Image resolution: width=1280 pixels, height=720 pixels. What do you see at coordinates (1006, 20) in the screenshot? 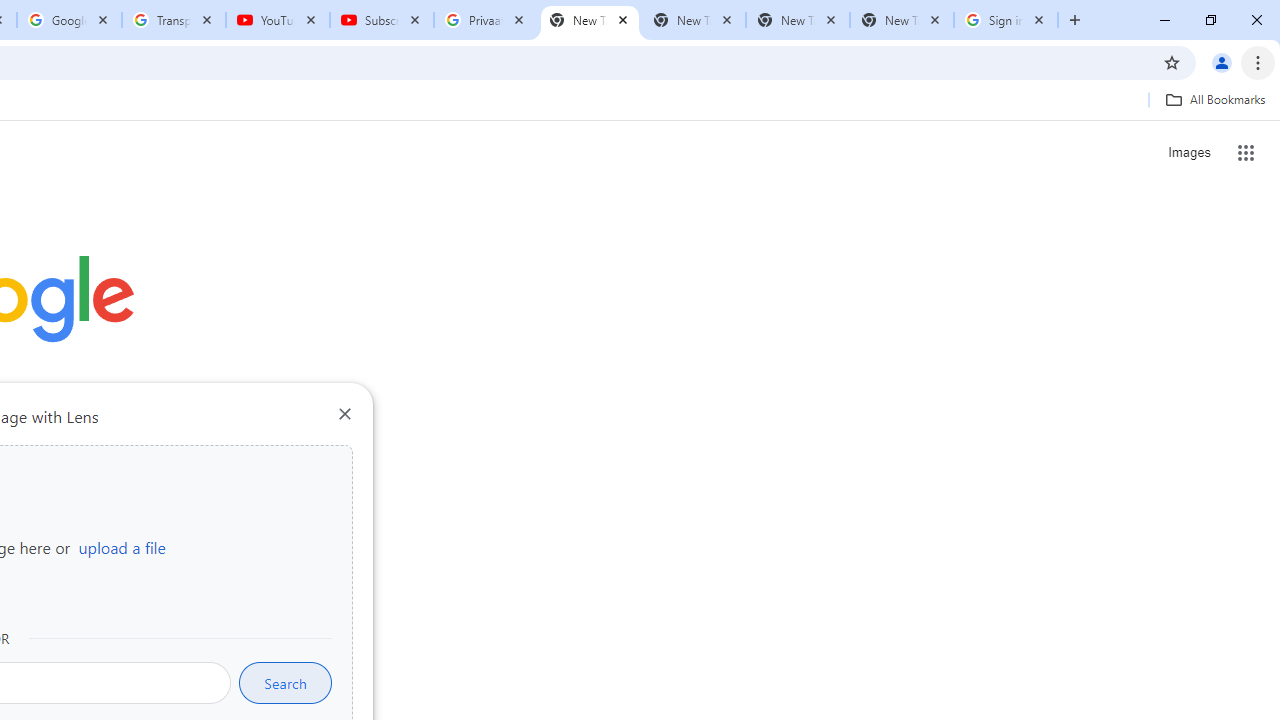
I see `'Sign in - Google Accounts'` at bounding box center [1006, 20].